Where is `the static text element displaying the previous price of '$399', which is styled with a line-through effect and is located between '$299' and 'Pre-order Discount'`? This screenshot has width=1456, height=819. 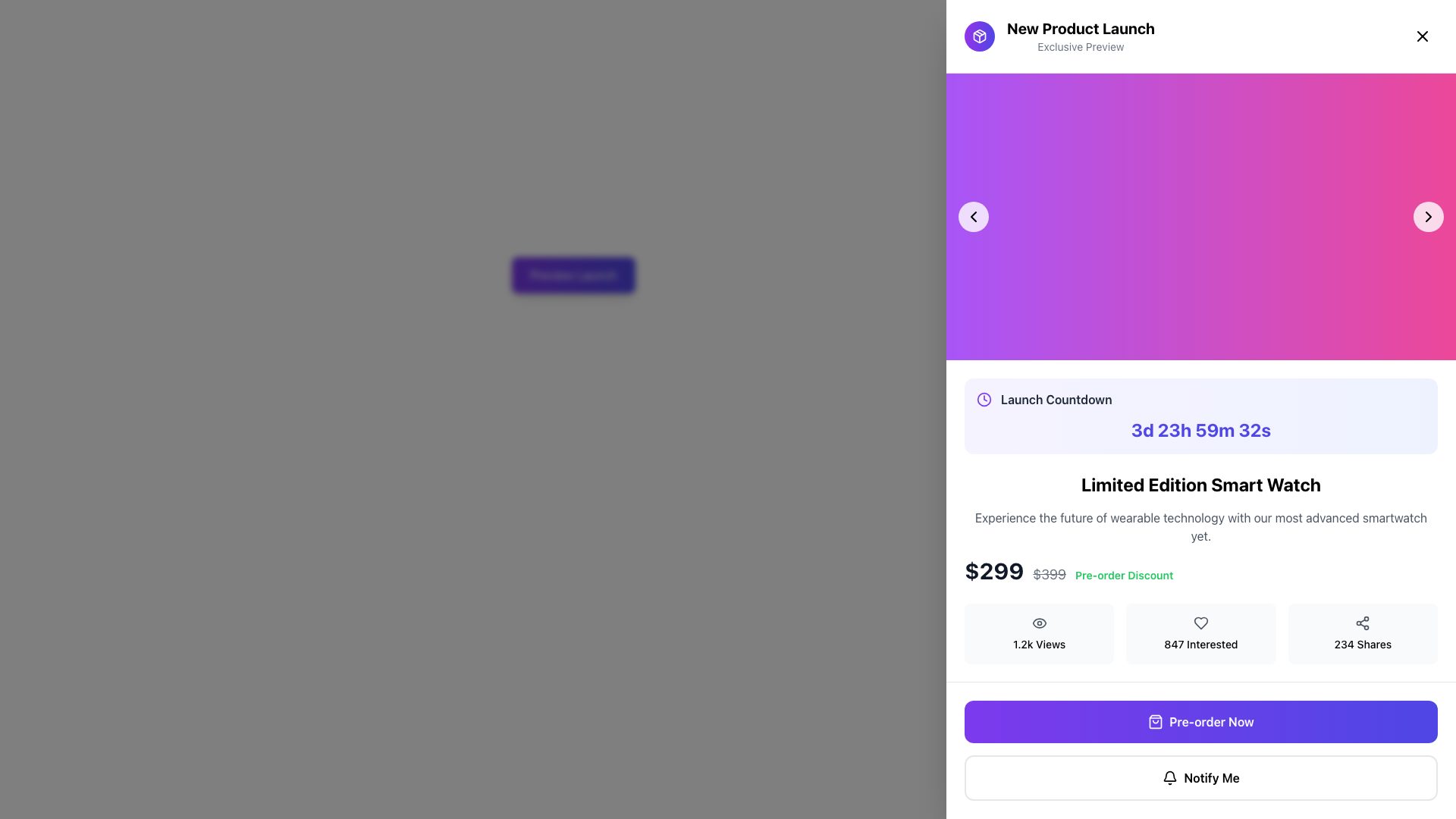
the static text element displaying the previous price of '$399', which is styled with a line-through effect and is located between '$299' and 'Pre-order Discount' is located at coordinates (1049, 575).